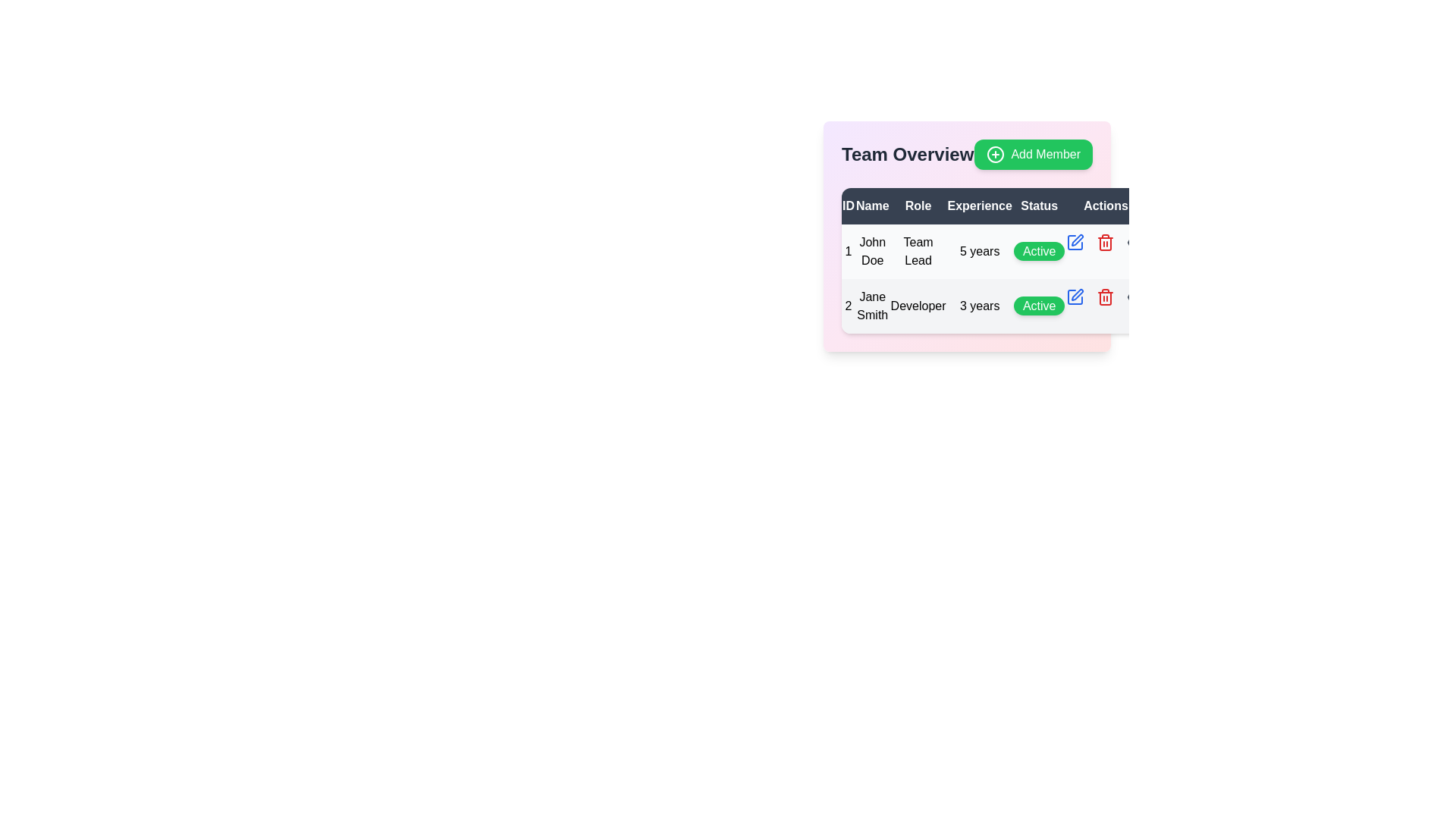 This screenshot has height=819, width=1456. I want to click on the edit button in the actions column of the first row of the table, so click(1075, 242).